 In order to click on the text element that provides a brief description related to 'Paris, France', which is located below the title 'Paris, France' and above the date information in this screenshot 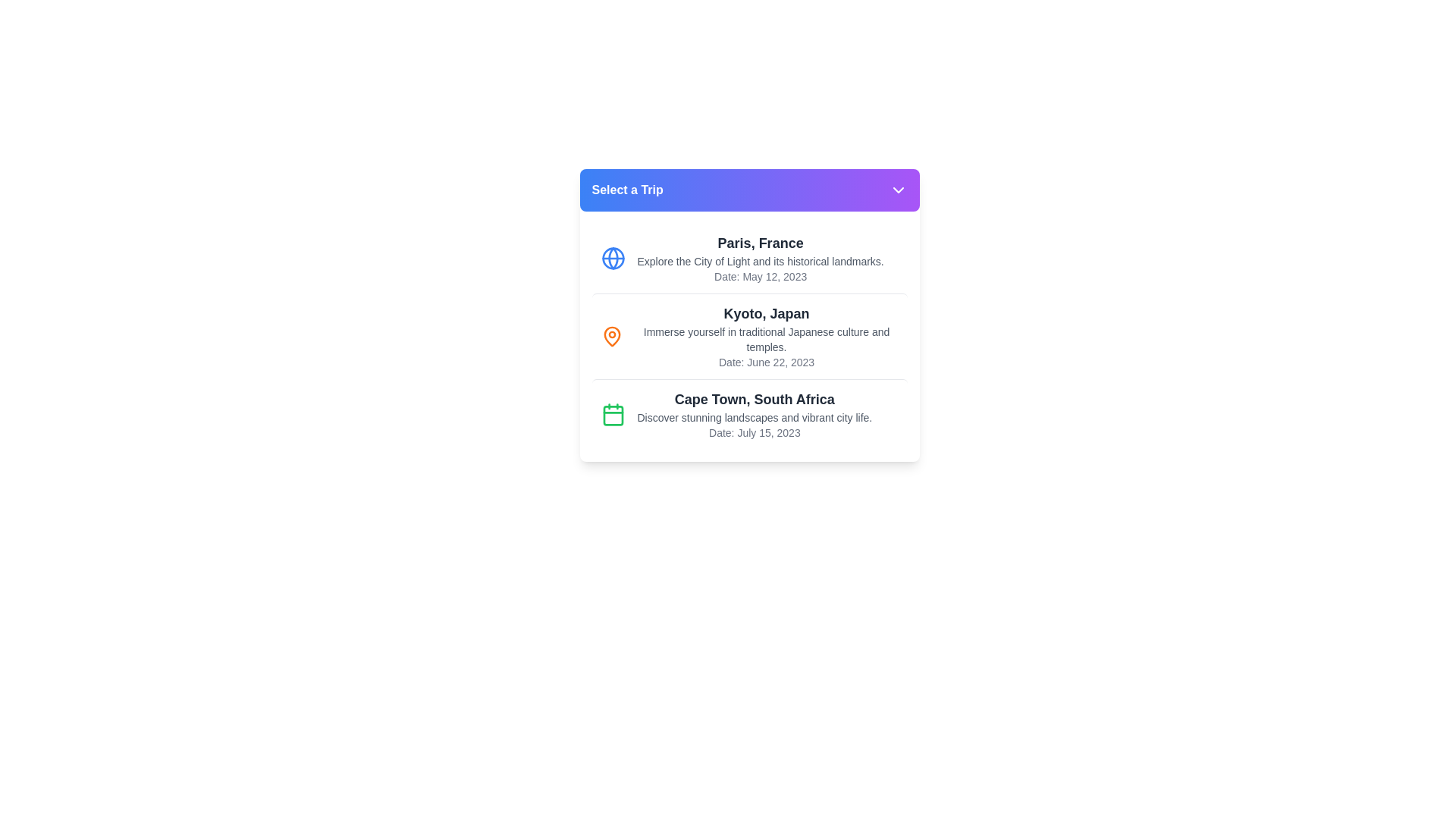, I will do `click(761, 260)`.